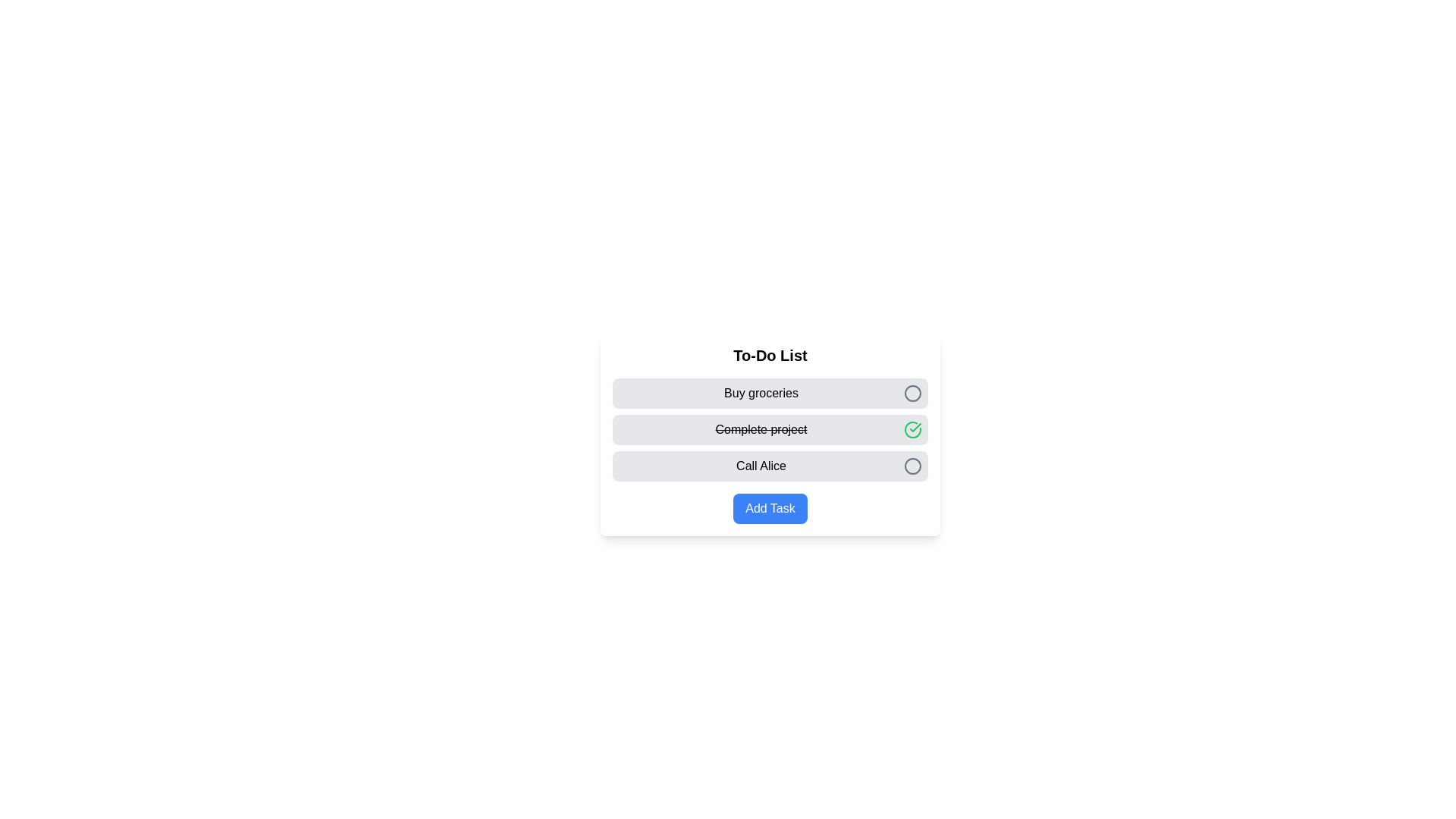 The width and height of the screenshot is (1456, 819). I want to click on the second task item in the to-do list, so click(770, 435).